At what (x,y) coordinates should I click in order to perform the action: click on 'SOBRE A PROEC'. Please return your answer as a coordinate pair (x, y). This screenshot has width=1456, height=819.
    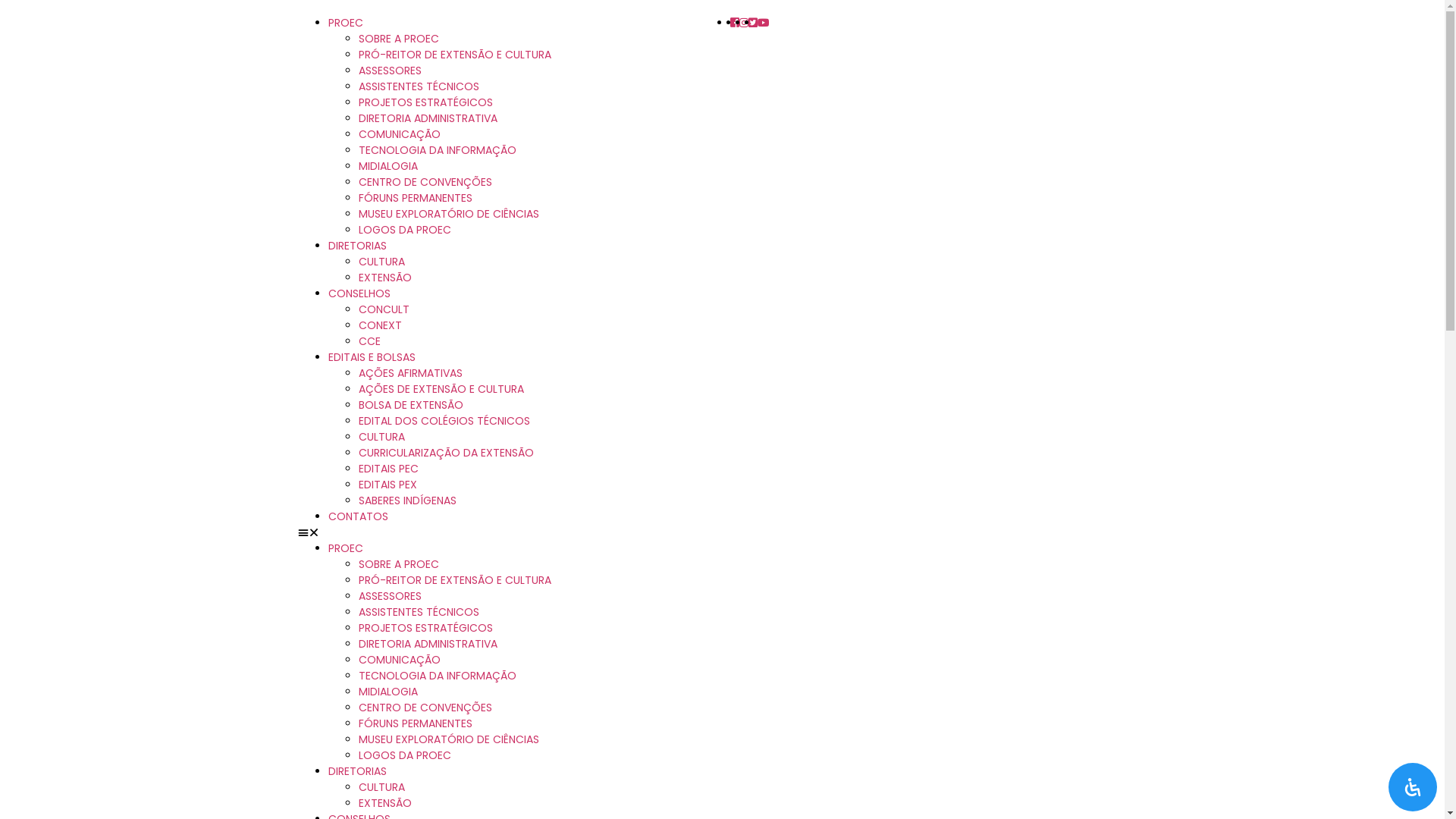
    Looking at the image, I should click on (397, 37).